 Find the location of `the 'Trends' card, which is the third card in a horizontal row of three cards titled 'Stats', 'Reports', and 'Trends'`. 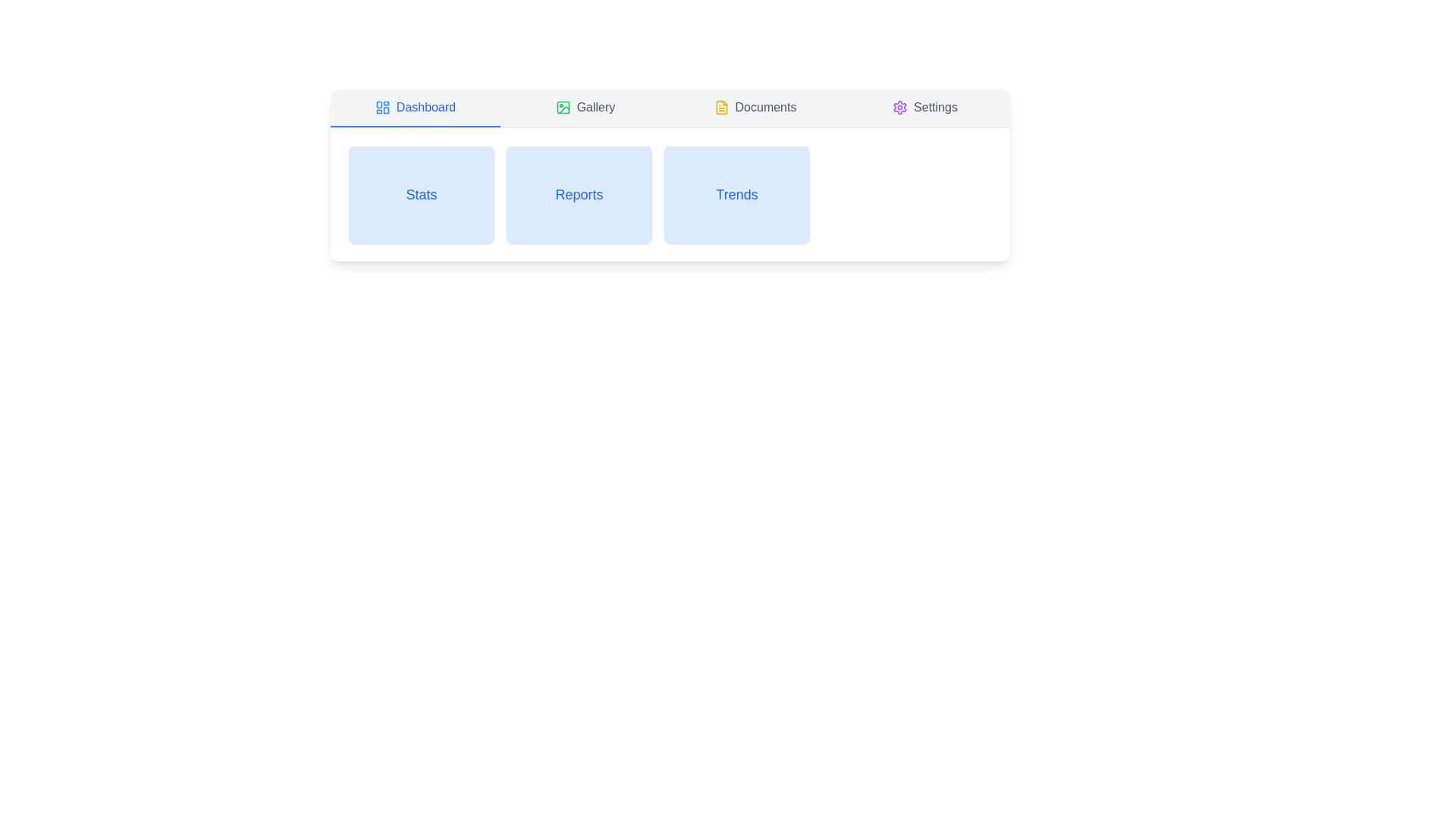

the 'Trends' card, which is the third card in a horizontal row of three cards titled 'Stats', 'Reports', and 'Trends' is located at coordinates (736, 194).